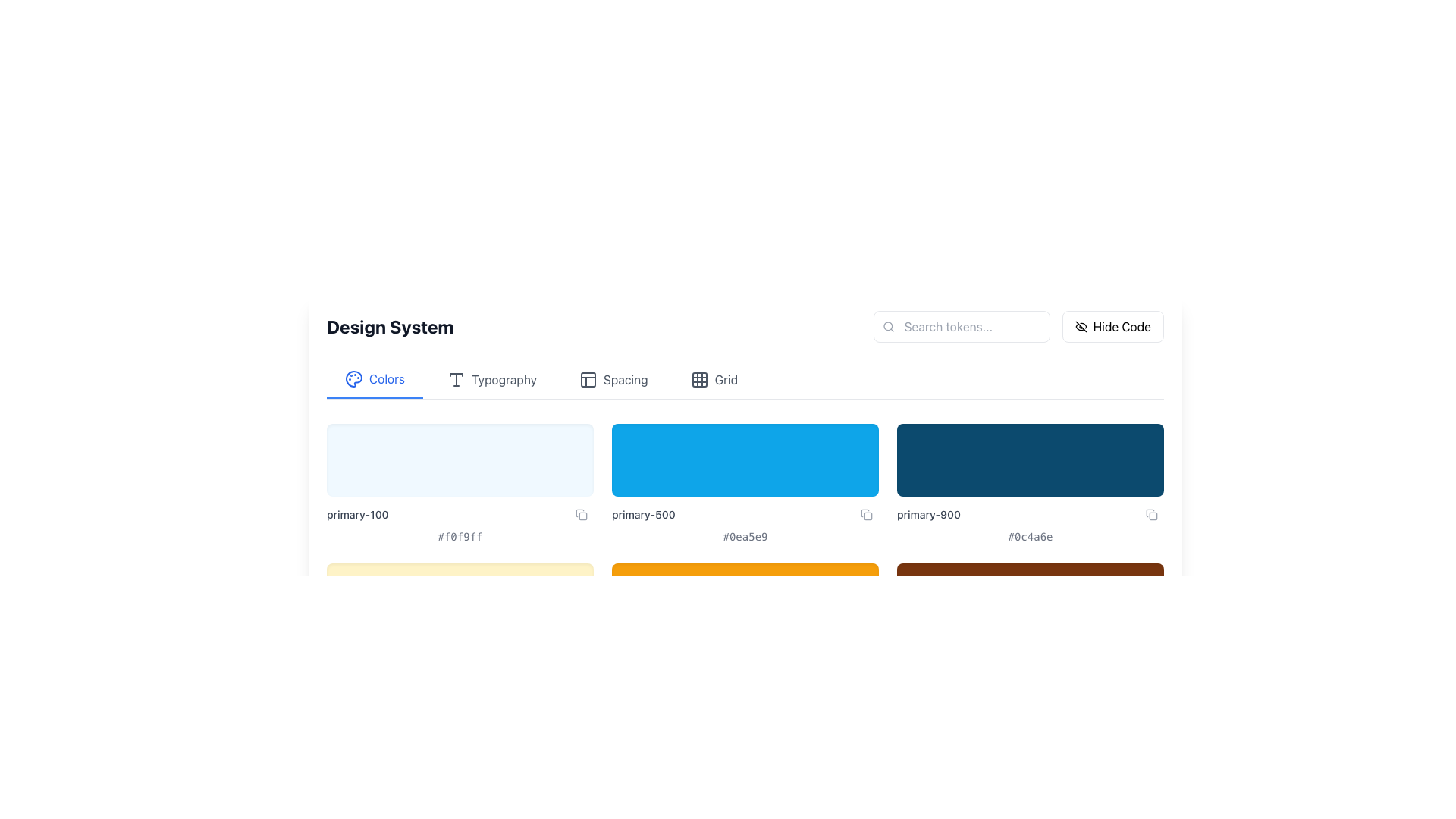 The width and height of the screenshot is (1456, 819). Describe the element at coordinates (1030, 485) in the screenshot. I see `the Color token display slot with a dark blue background, displaying 'primary-900' and the hexadecimal color code '#0c4a6e'` at that location.